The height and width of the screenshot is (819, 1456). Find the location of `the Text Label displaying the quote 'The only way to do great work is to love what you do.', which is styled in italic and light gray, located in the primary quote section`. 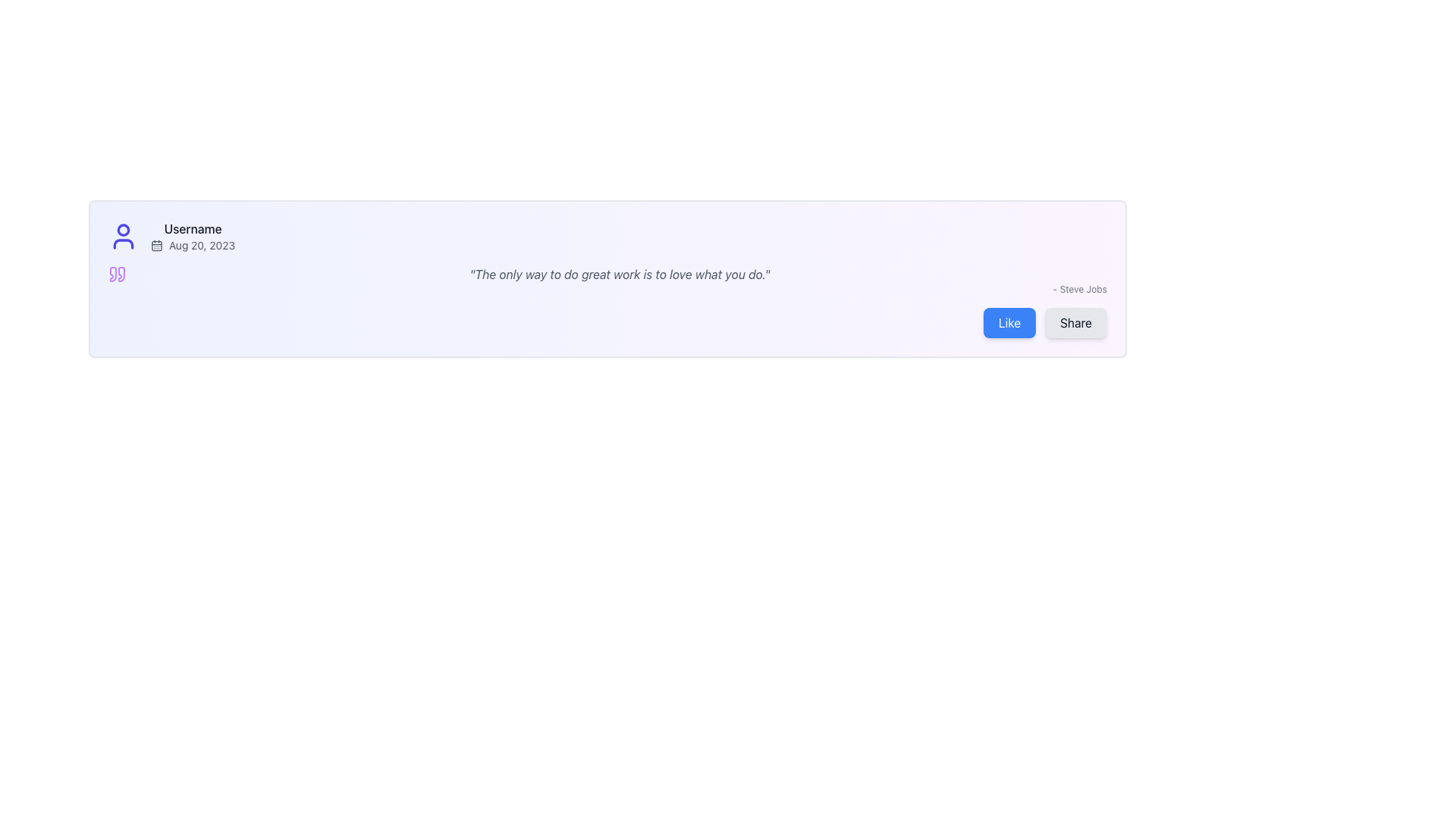

the Text Label displaying the quote 'The only way to do great work is to love what you do.', which is styled in italic and light gray, located in the primary quote section is located at coordinates (607, 275).